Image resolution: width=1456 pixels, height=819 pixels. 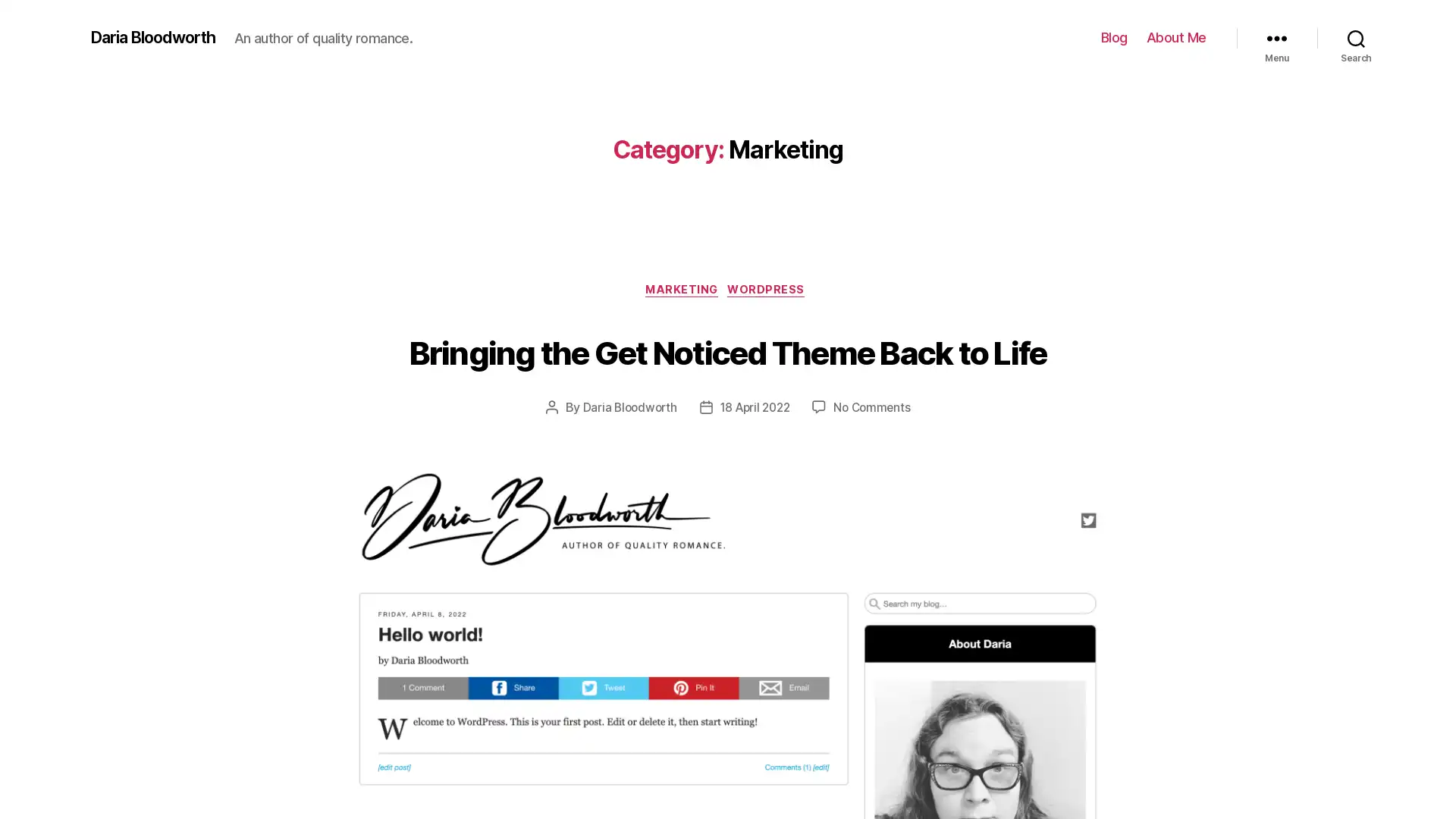 What do you see at coordinates (1356, 37) in the screenshot?
I see `Search` at bounding box center [1356, 37].